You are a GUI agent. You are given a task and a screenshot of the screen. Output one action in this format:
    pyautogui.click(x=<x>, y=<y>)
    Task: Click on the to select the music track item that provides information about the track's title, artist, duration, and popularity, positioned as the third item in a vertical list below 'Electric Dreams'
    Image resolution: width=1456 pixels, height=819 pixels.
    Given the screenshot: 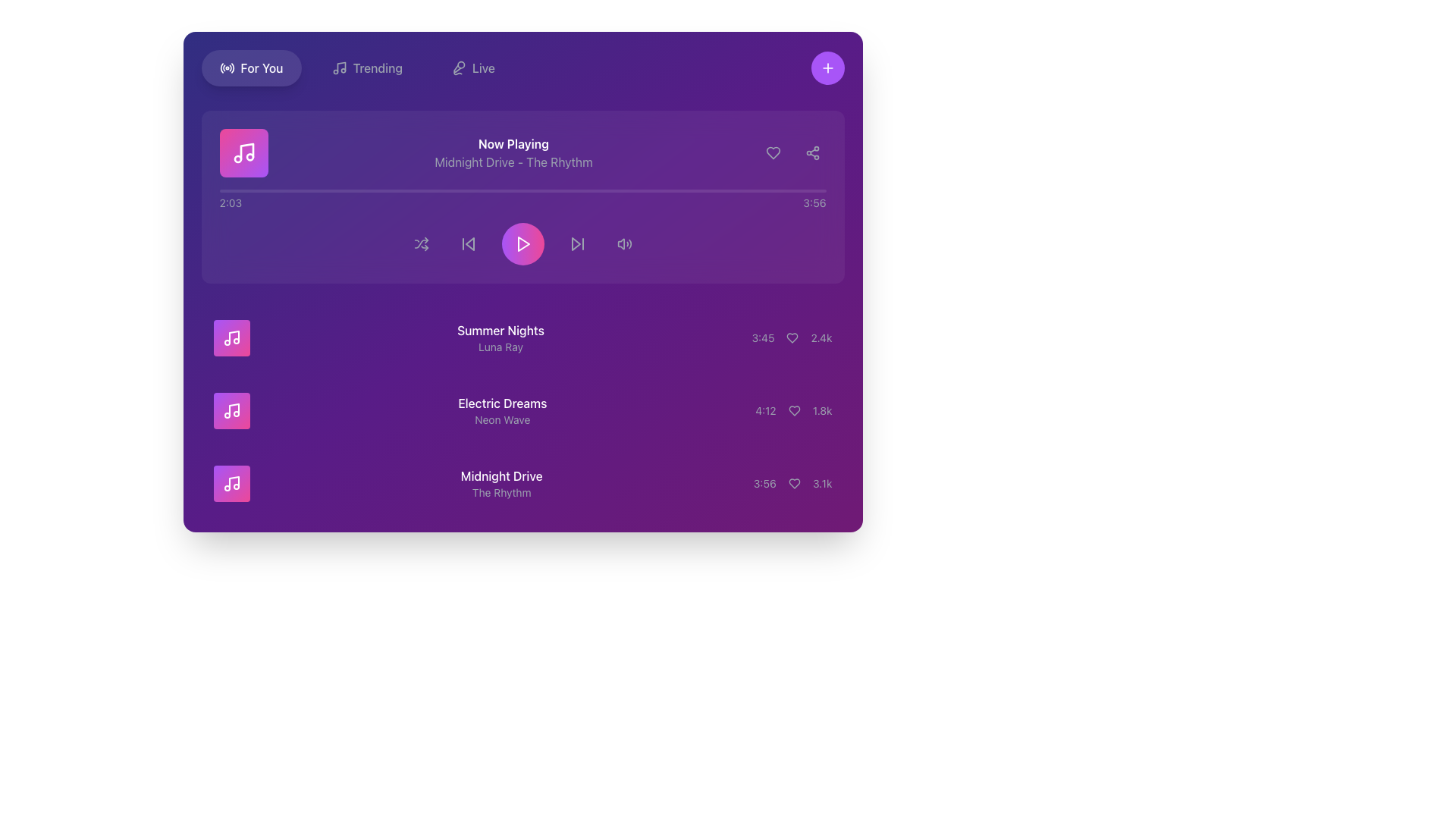 What is the action you would take?
    pyautogui.click(x=522, y=483)
    